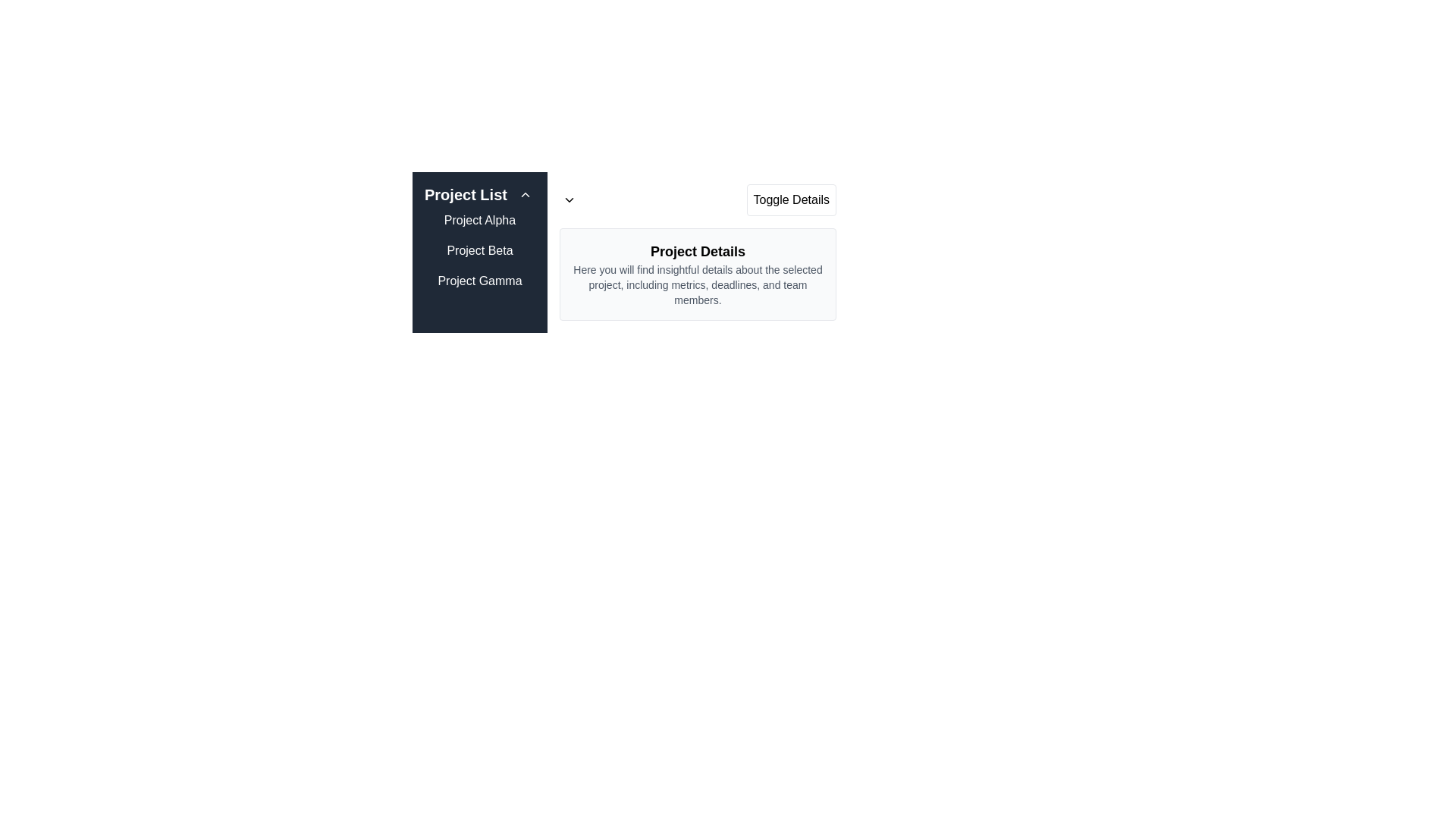  I want to click on the Icon button that toggles the upward collapse or scrolling of the 'Project List' menu to change its background color, so click(525, 194).